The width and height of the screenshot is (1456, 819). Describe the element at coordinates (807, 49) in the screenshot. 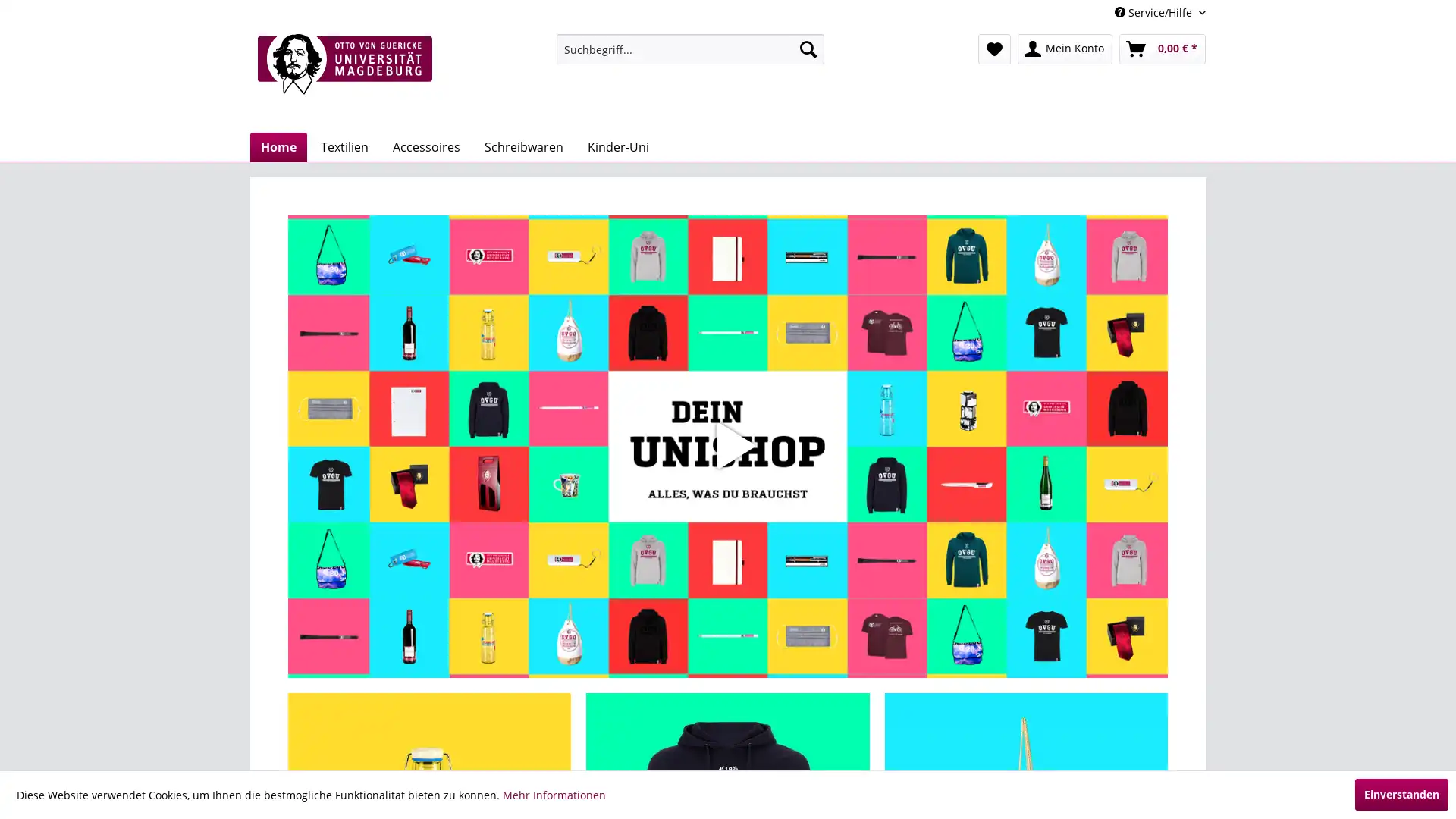

I see `Suchen` at that location.